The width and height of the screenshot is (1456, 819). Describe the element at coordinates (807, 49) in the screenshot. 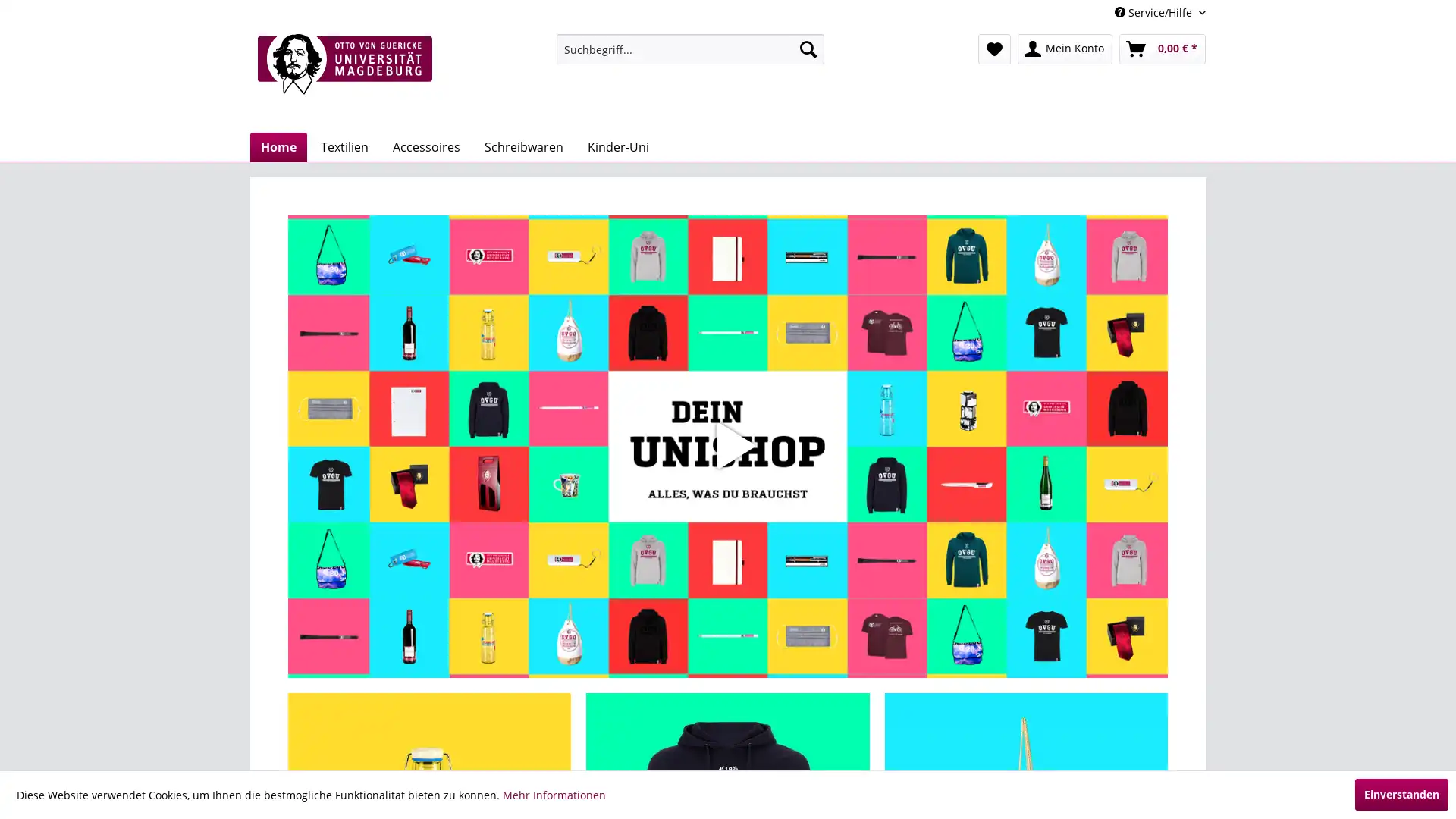

I see `Suchen` at that location.